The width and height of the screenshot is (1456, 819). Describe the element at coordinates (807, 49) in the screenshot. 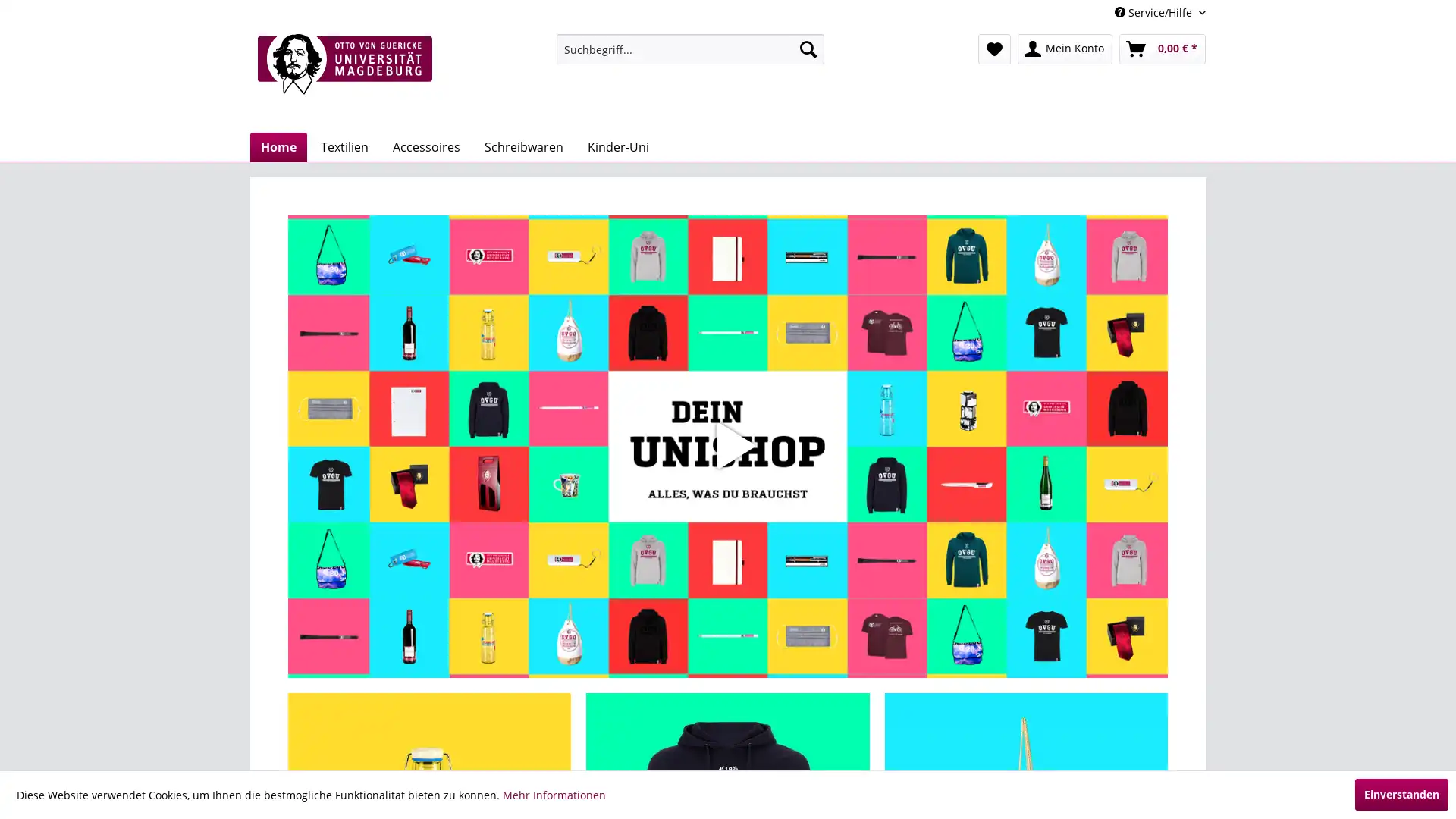

I see `Suchen` at that location.